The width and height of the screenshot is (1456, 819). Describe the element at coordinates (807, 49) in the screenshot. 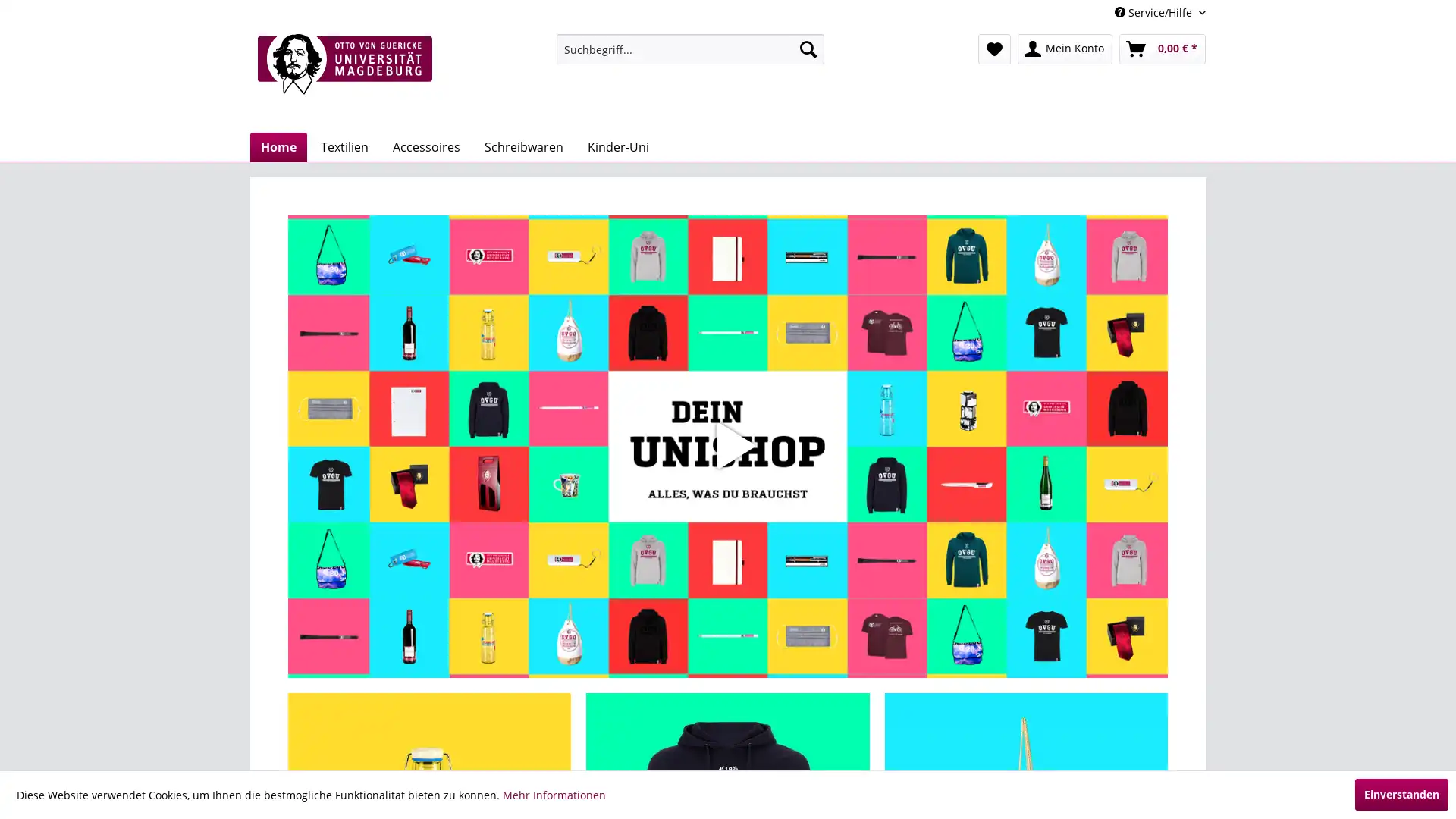

I see `Suchen` at that location.